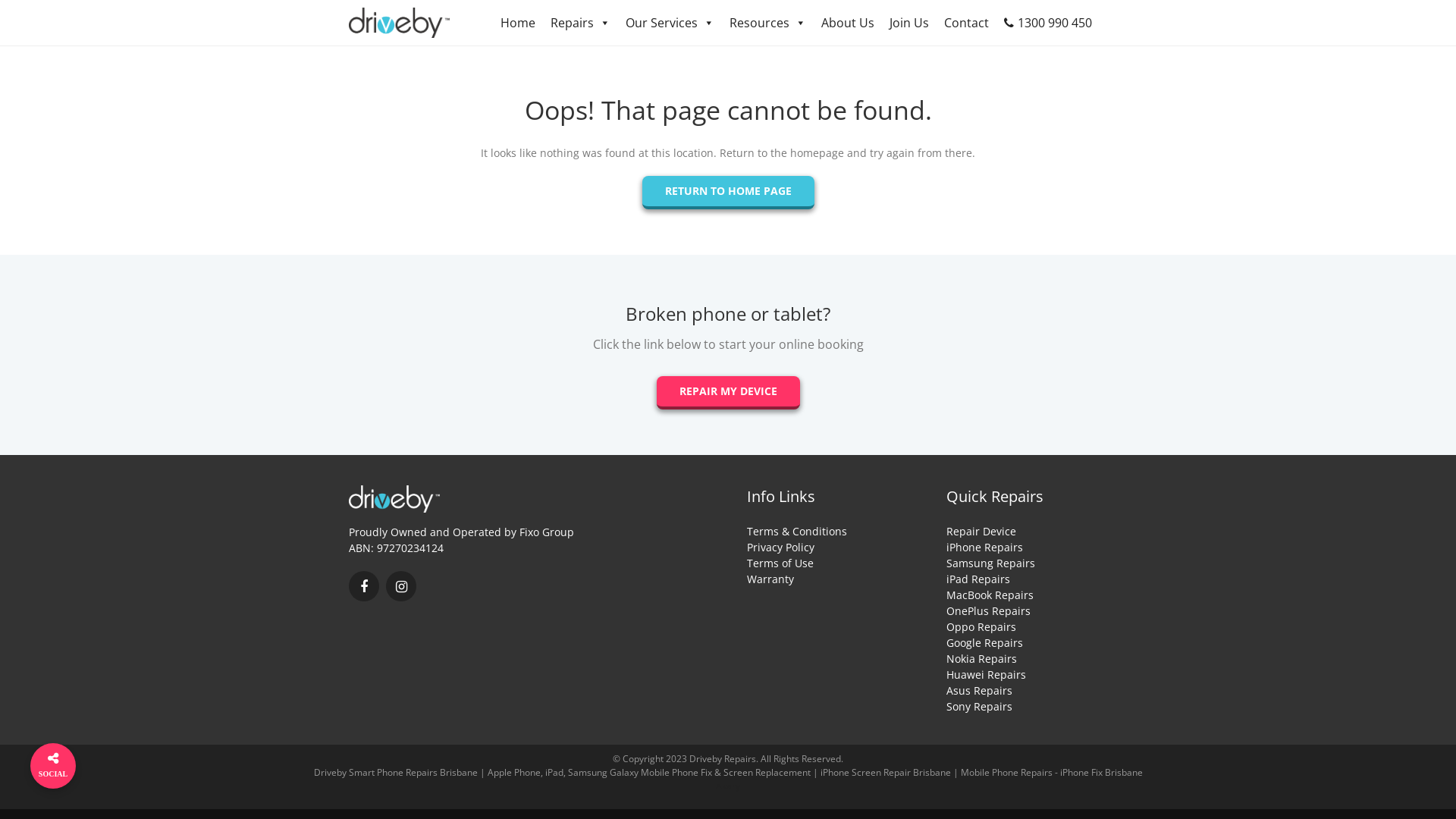  Describe the element at coordinates (728, 785) in the screenshot. I see `'Akary'` at that location.